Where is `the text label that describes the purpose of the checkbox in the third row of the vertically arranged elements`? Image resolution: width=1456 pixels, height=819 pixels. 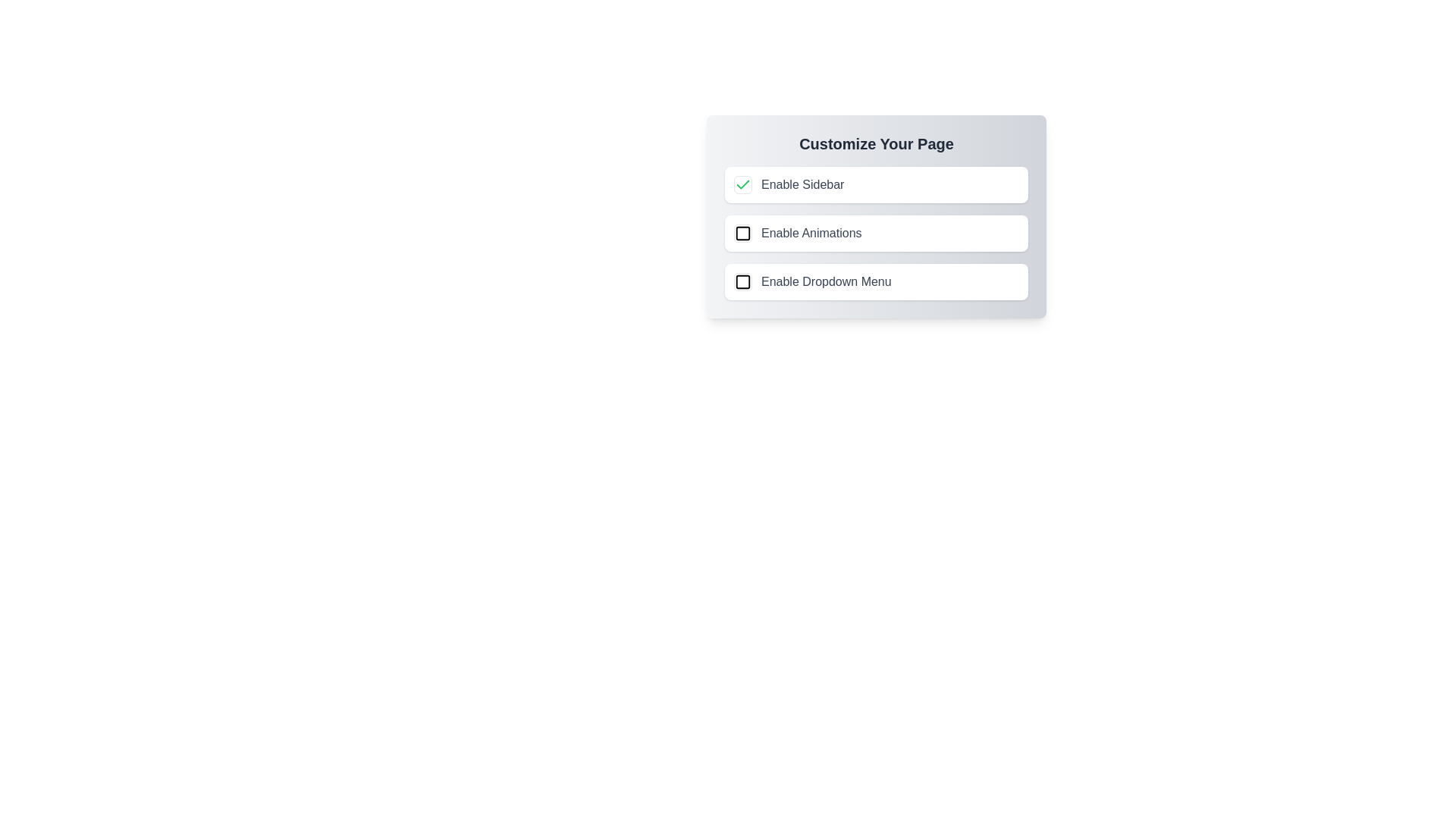
the text label that describes the purpose of the checkbox in the third row of the vertically arranged elements is located at coordinates (825, 281).